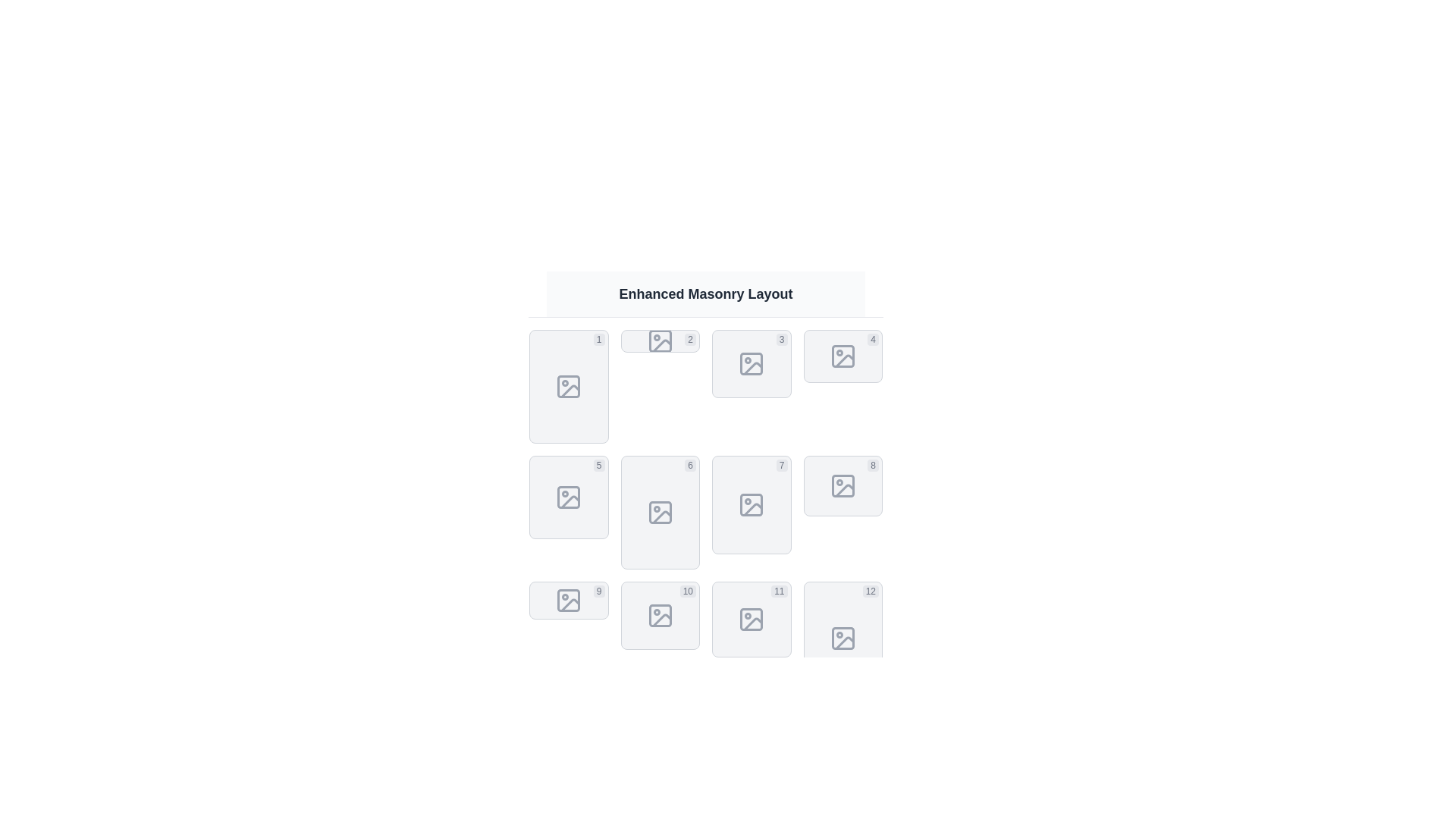 This screenshot has height=819, width=1456. I want to click on the Graphical SVG icon that indicates image-related functionality in the interface design, so click(662, 516).